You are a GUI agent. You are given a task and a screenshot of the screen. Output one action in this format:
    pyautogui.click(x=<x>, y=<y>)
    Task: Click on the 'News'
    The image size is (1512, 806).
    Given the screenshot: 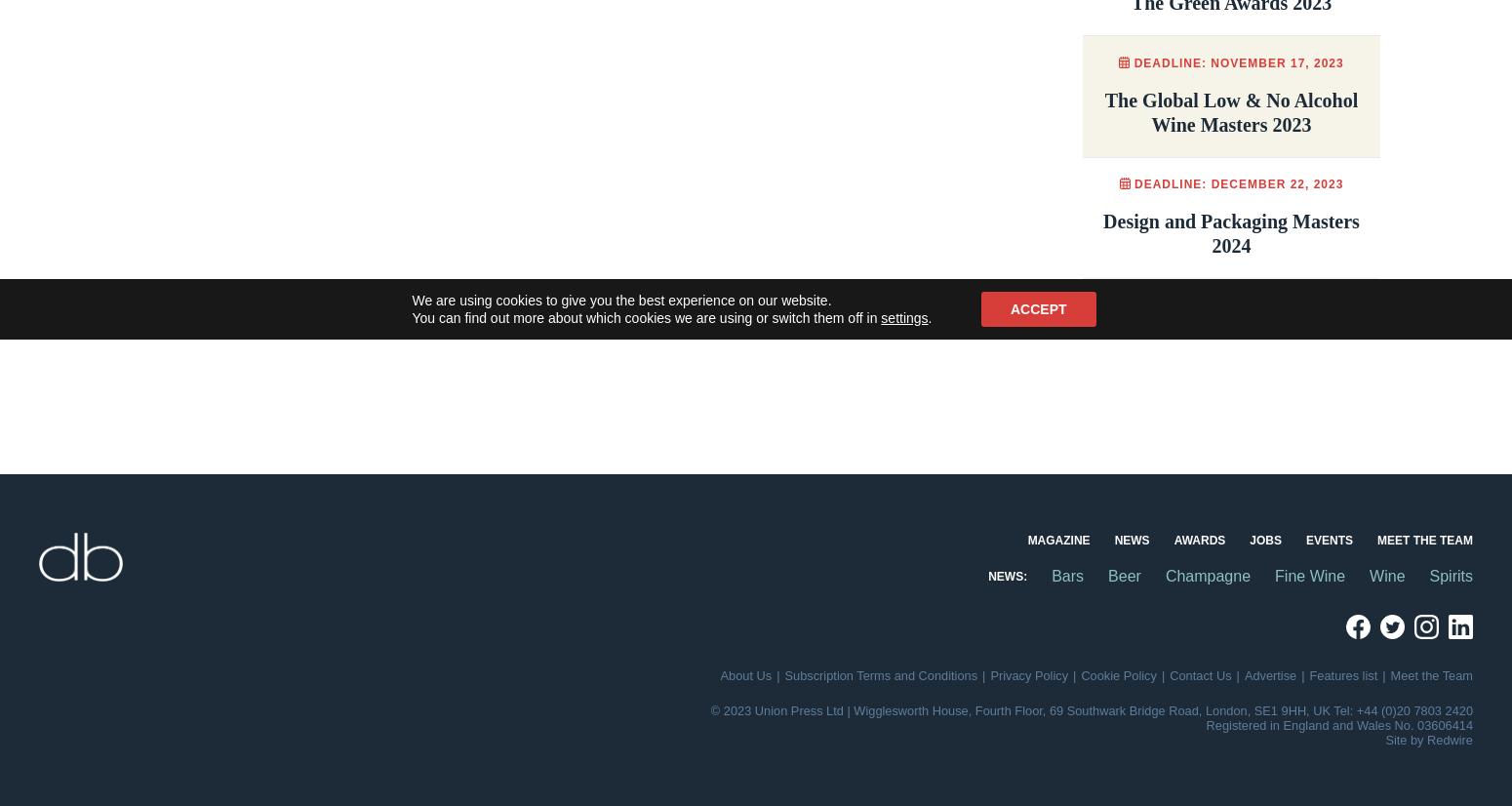 What is the action you would take?
    pyautogui.click(x=1131, y=540)
    